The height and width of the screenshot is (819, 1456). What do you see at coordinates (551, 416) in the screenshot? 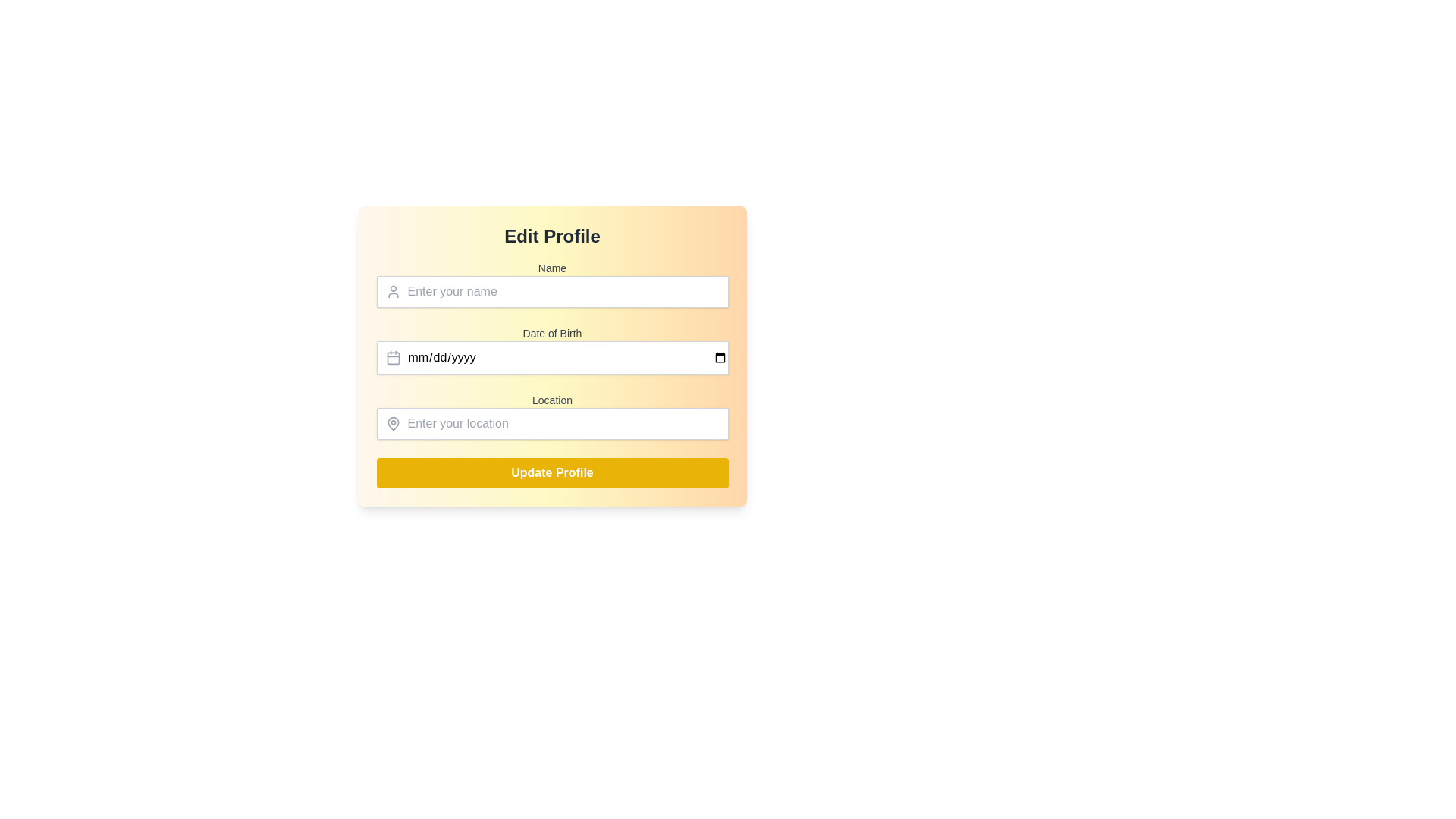
I see `the label that indicates the associated input for entering the user's location, which is located under the 'Date of Birth' field and above the input section for entering the location` at bounding box center [551, 416].